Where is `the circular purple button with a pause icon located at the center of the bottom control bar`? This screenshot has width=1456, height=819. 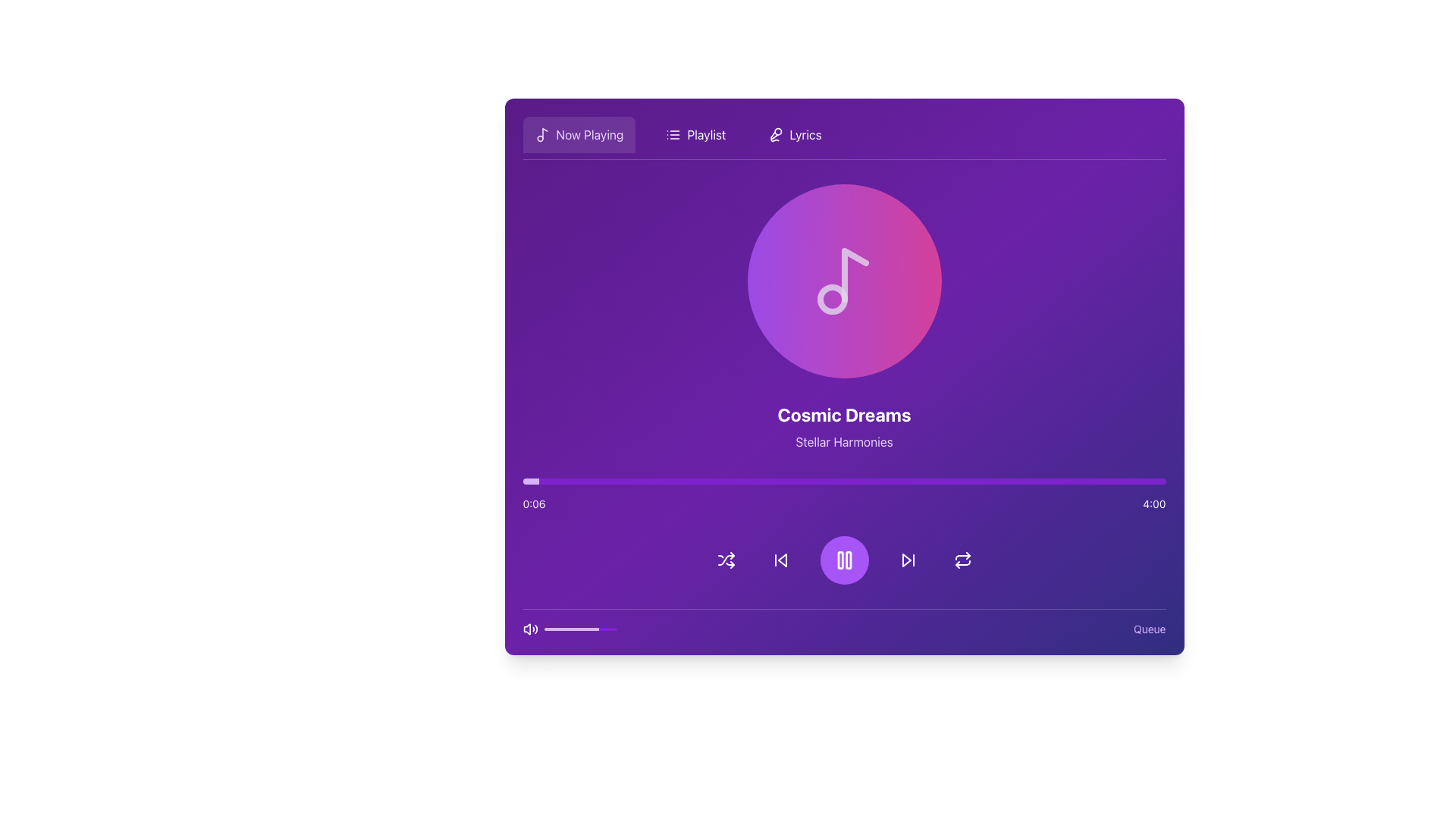 the circular purple button with a pause icon located at the center of the bottom control bar is located at coordinates (843, 560).